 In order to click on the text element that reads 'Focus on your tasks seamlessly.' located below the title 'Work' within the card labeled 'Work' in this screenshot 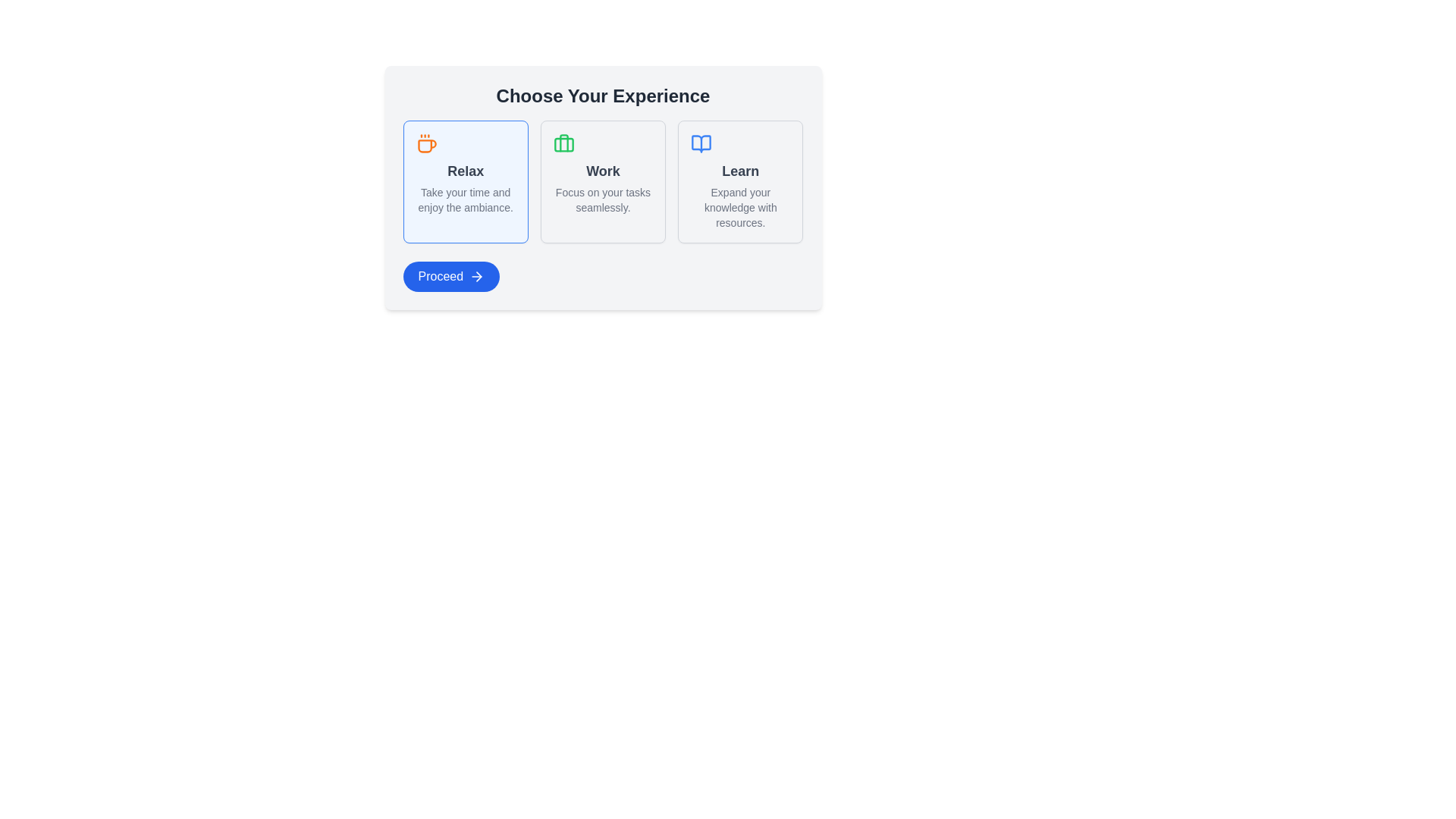, I will do `click(602, 199)`.